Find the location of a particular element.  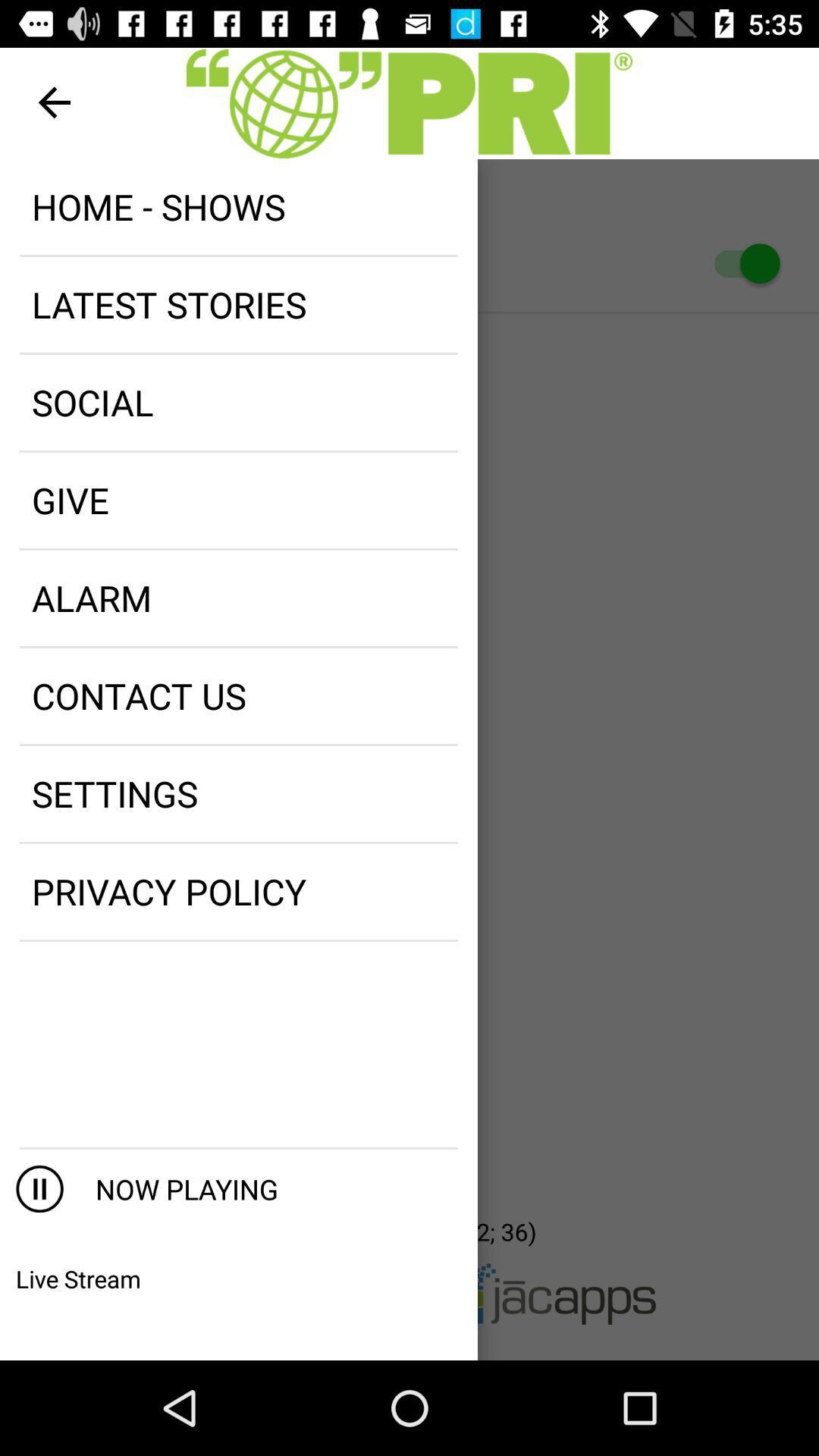

now playing is located at coordinates (270, 1188).